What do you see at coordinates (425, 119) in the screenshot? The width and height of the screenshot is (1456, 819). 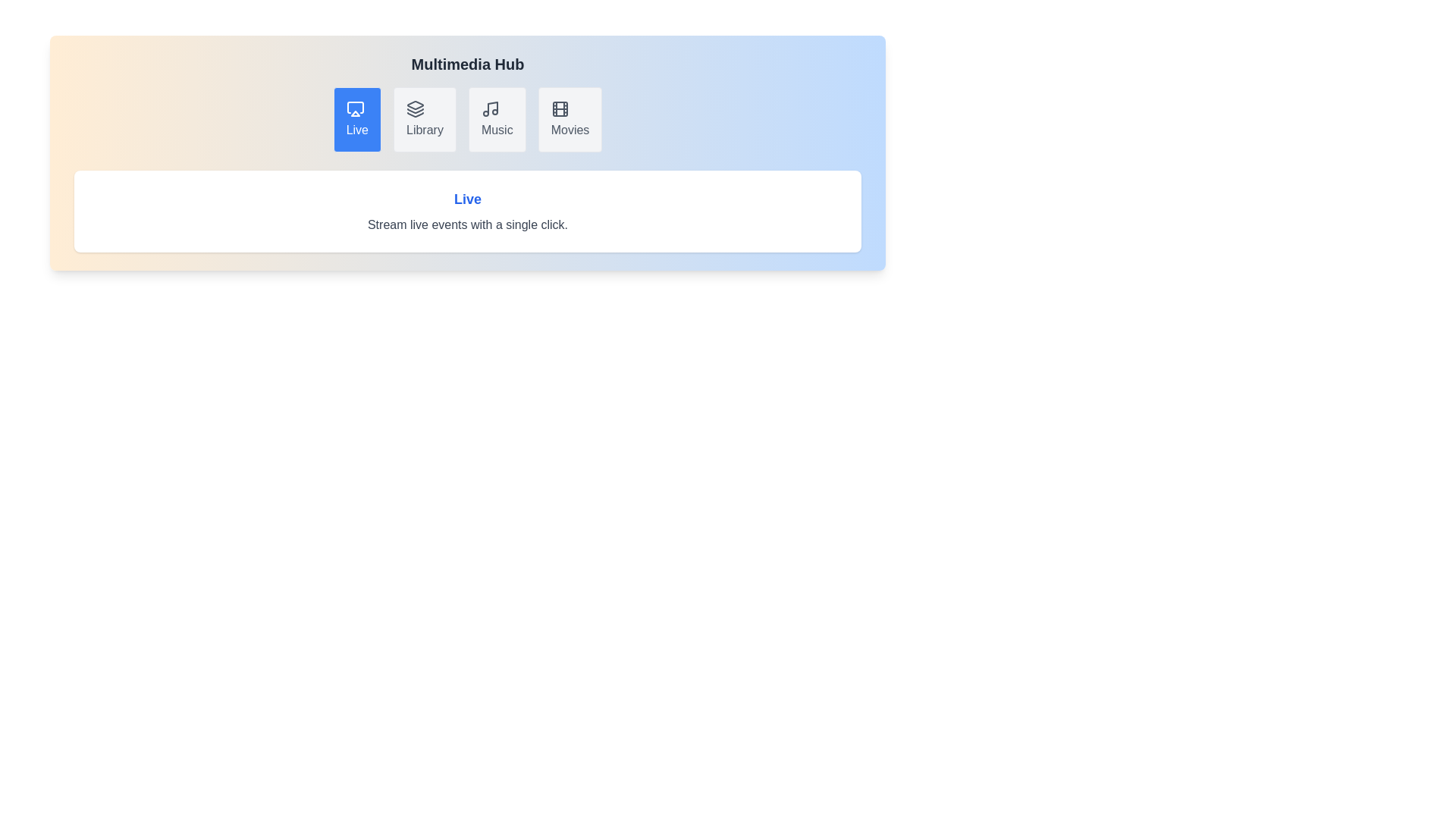 I see `the tab labeled Library` at bounding box center [425, 119].